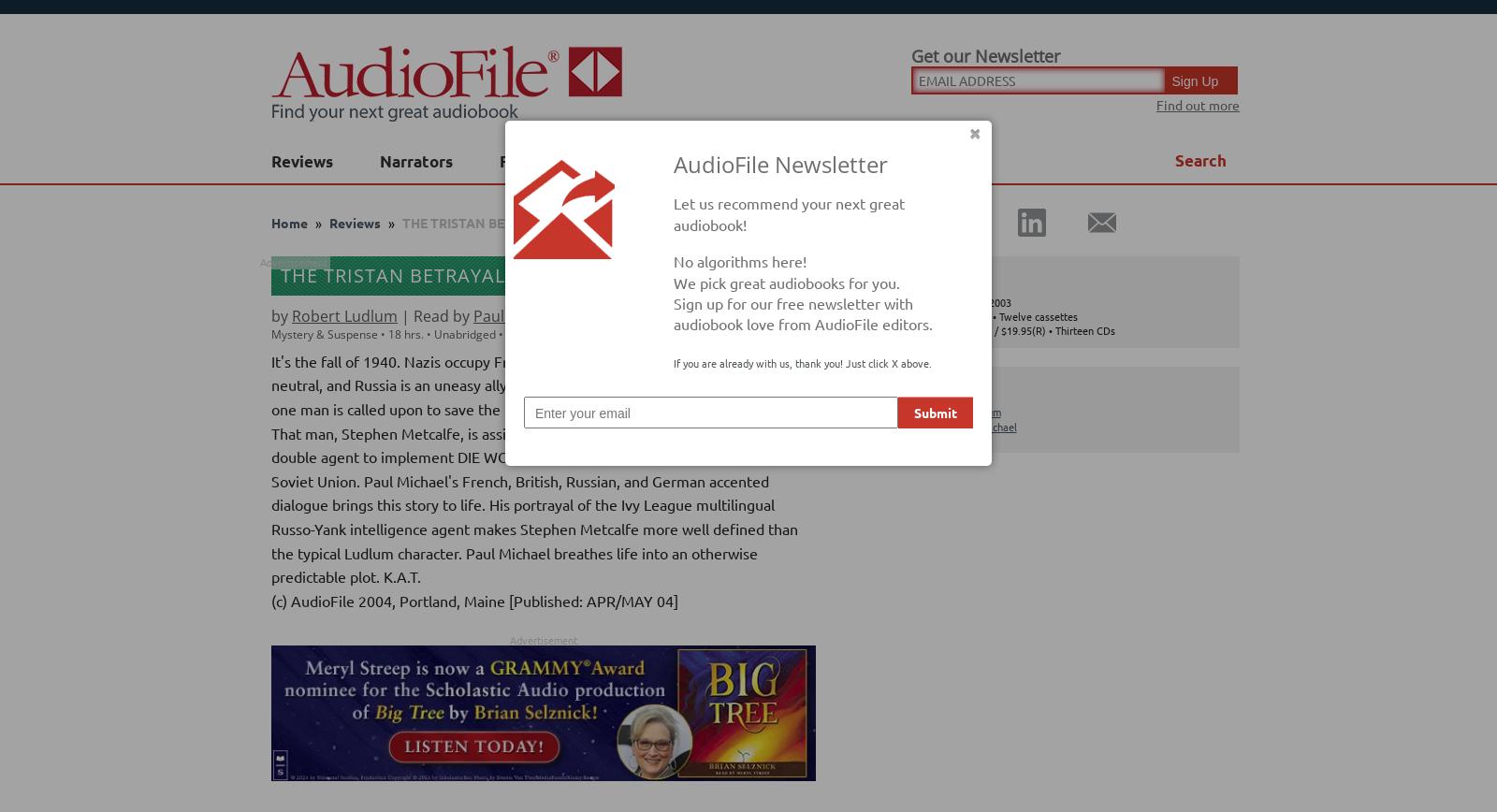 This screenshot has height=812, width=1497. I want to click on 'Search', so click(1199, 160).